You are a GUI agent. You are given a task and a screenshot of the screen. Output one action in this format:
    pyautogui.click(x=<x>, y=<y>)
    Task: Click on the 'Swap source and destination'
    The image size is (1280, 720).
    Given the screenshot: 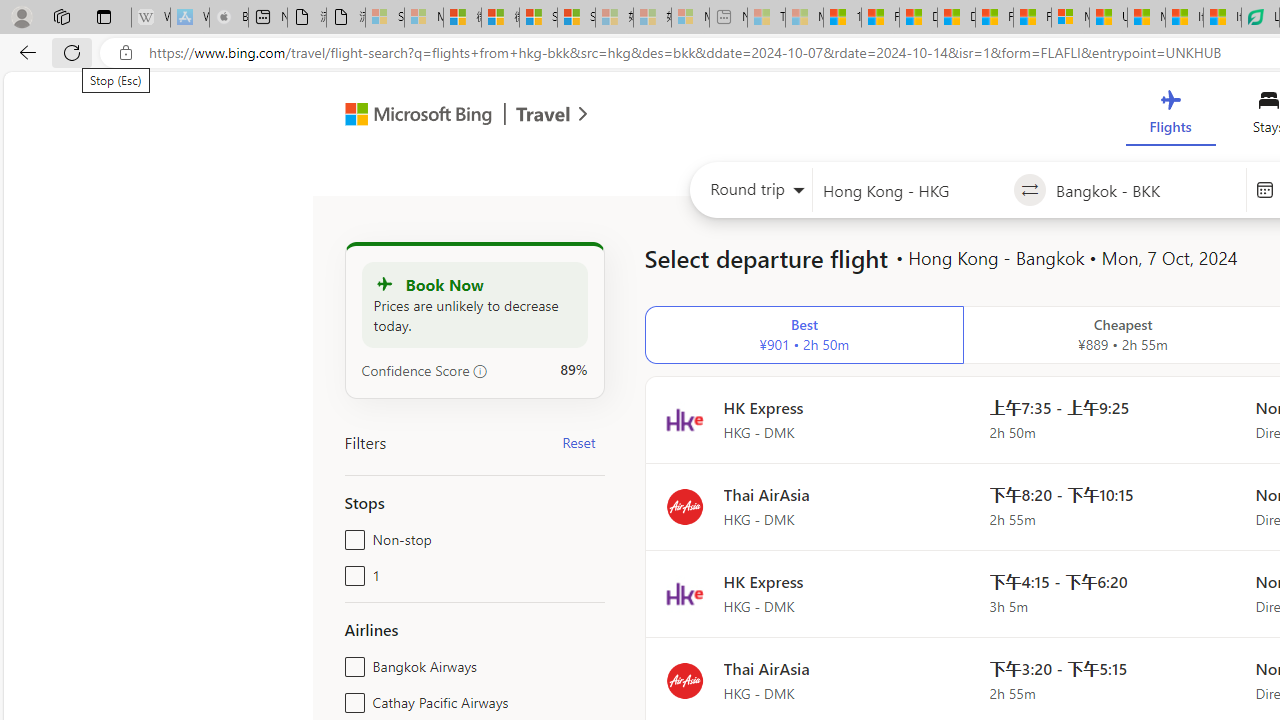 What is the action you would take?
    pyautogui.click(x=1029, y=190)
    